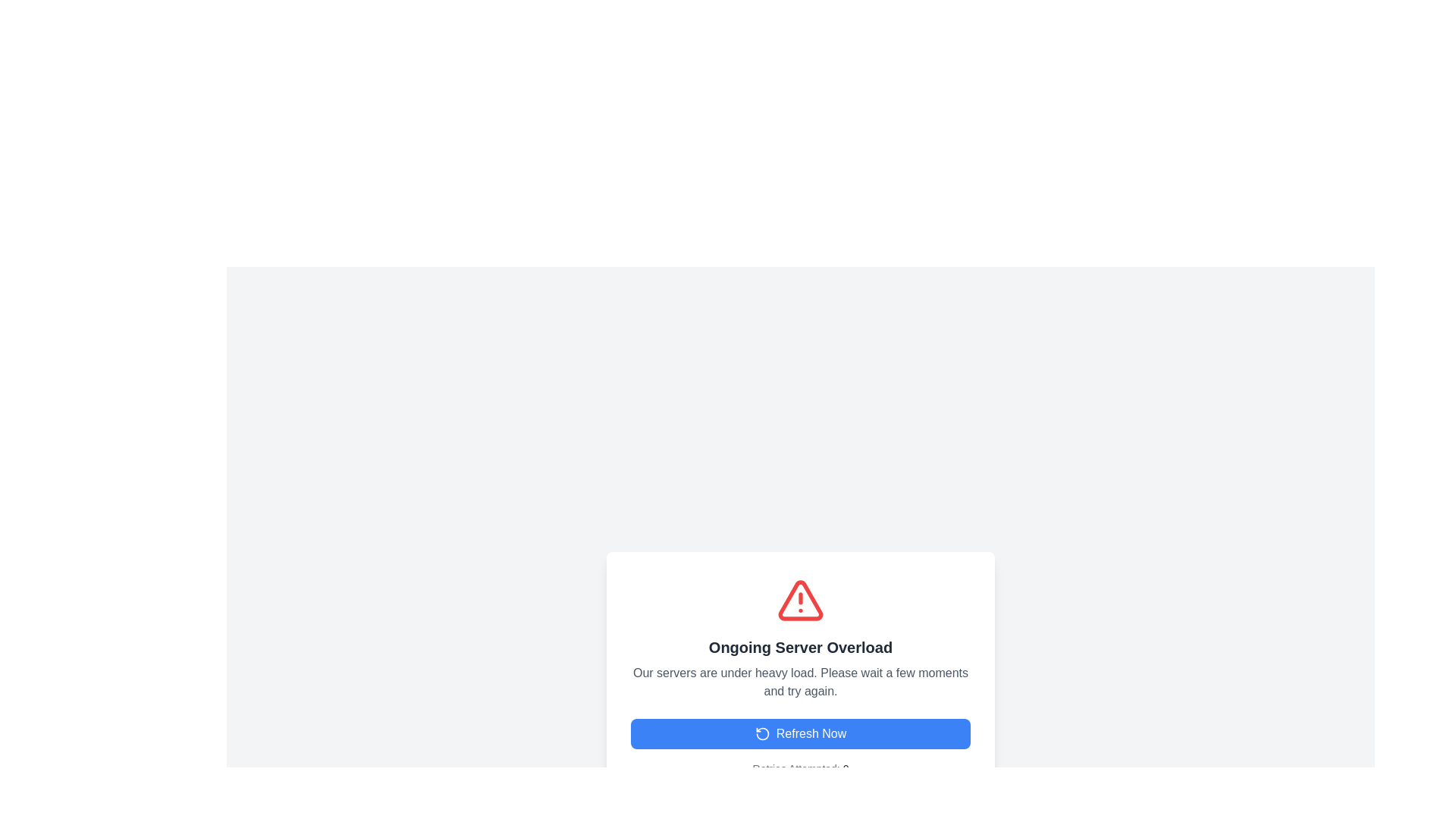 The width and height of the screenshot is (1456, 819). I want to click on the Text Label element displaying 'Retries Attempted: 0', which is located at the bottom of the modal window underneath the 'Refresh Now' button, so click(800, 769).